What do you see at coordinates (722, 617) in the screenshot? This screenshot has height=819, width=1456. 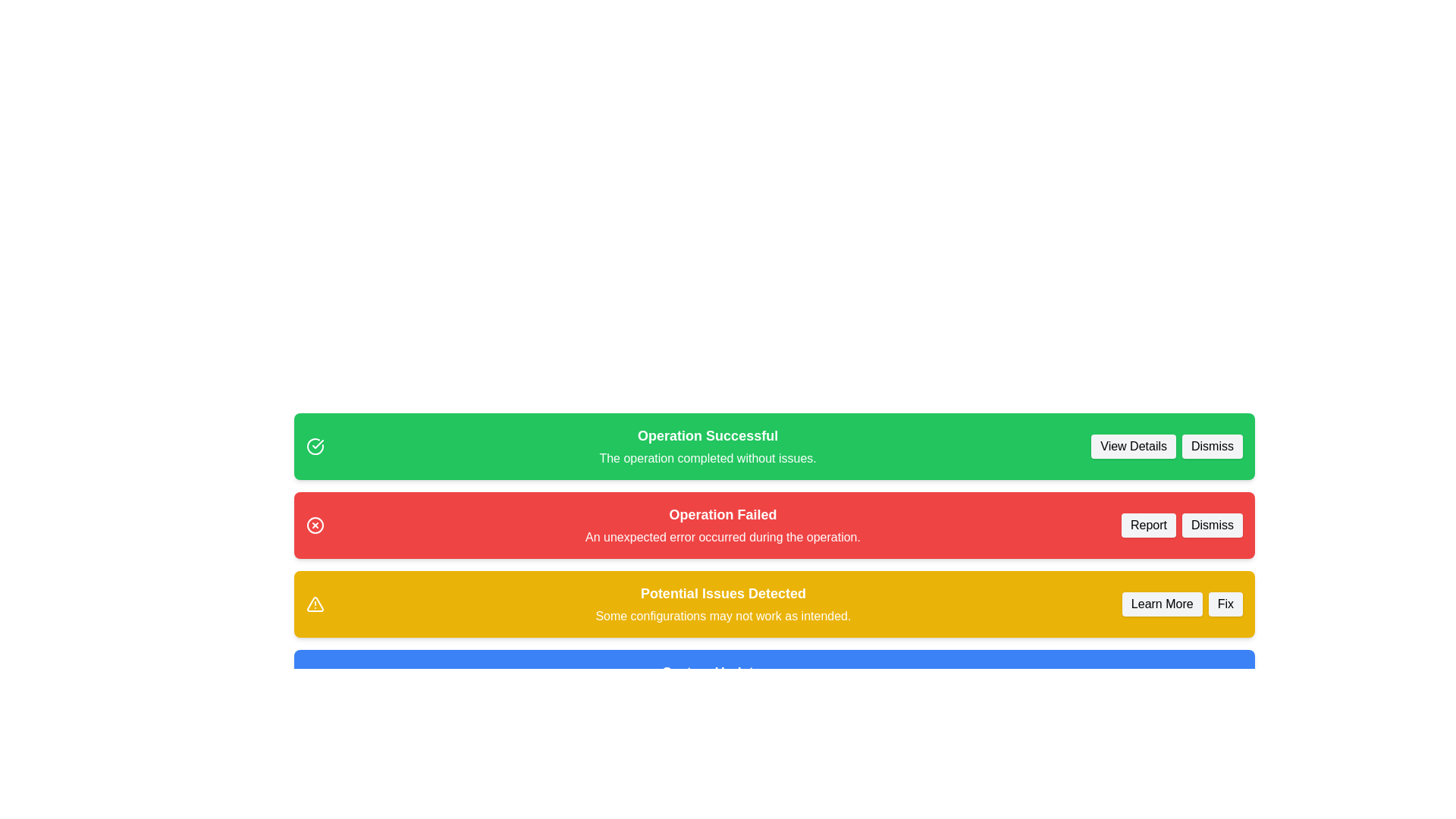 I see `the static text element that provides explanatory information regarding potential issues detected, which is located directly below the bold heading in the yellow notification banner` at bounding box center [722, 617].